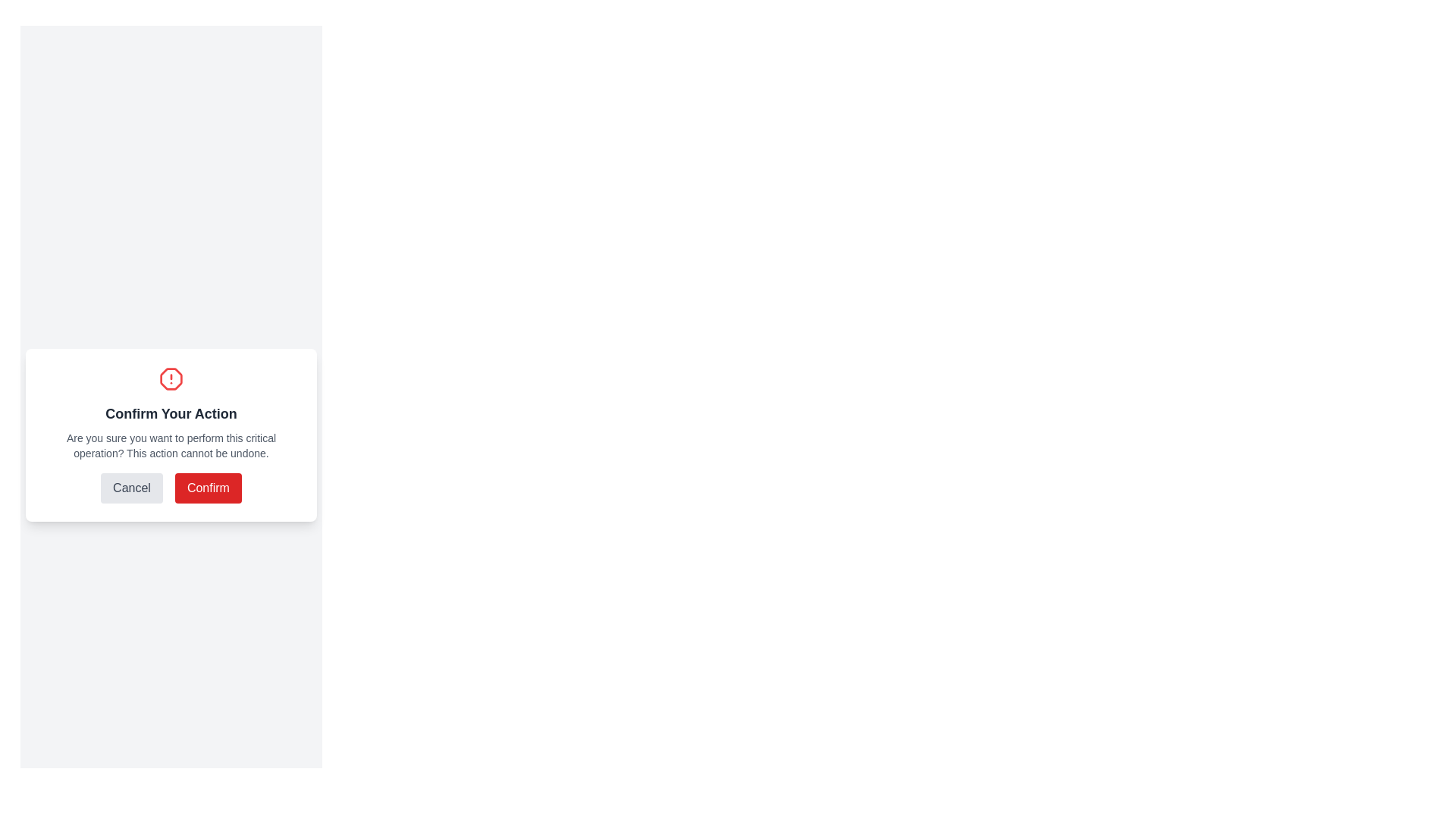  I want to click on the descriptive text label within the confirmation modal that is positioned below the header 'Confirm Your Action' and above the buttons 'Cancel' and 'Confirm', so click(171, 444).